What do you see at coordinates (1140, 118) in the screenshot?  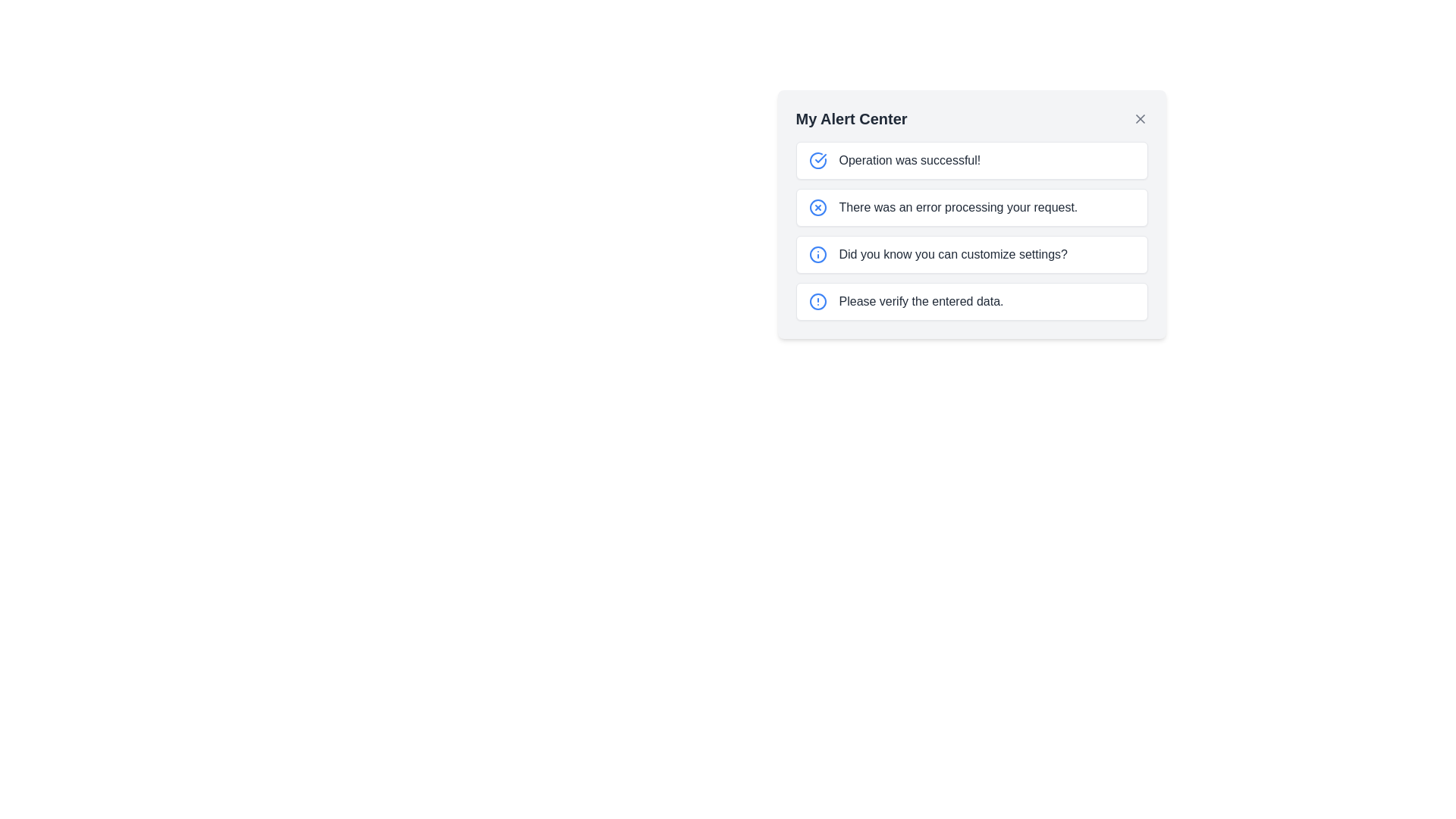 I see `the small circular button with an 'X' icon in the top-right corner of the 'My Alert Center'` at bounding box center [1140, 118].